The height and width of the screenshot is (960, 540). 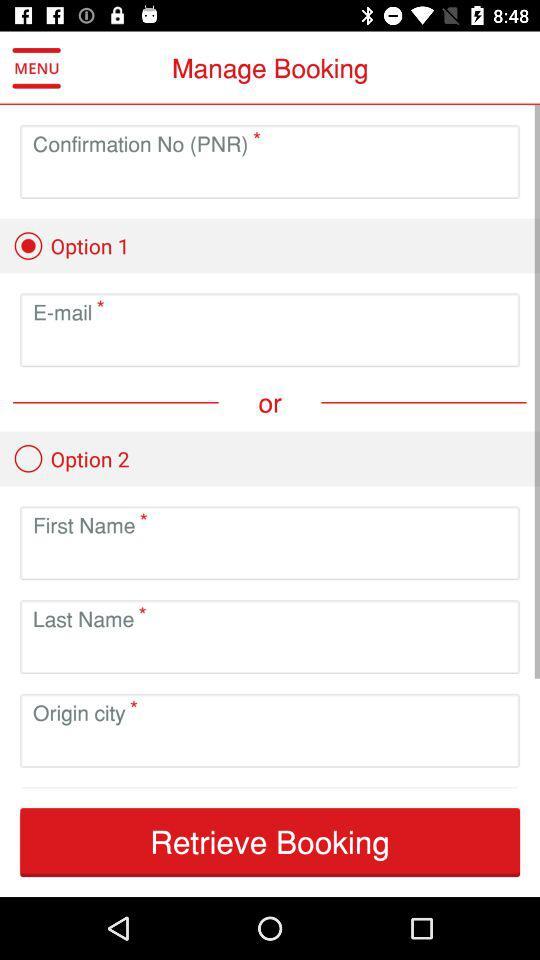 I want to click on type city of origin, so click(x=270, y=745).